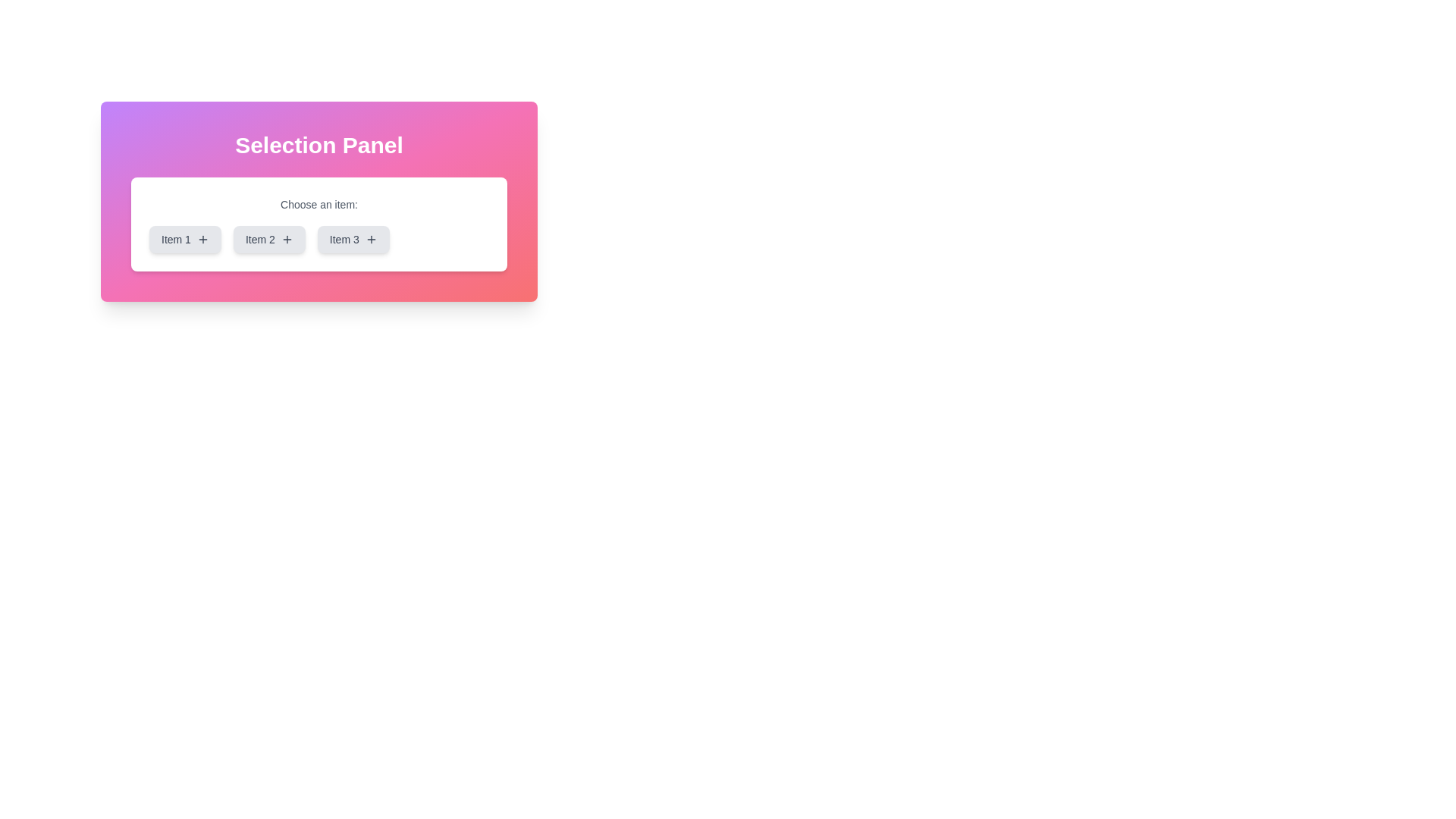 This screenshot has height=819, width=1456. What do you see at coordinates (344, 239) in the screenshot?
I see `the text label displaying 'Item 3', which is the textual part of the rightmost button in a horizontal list of three buttons, located in the 'Selection Panel'` at bounding box center [344, 239].